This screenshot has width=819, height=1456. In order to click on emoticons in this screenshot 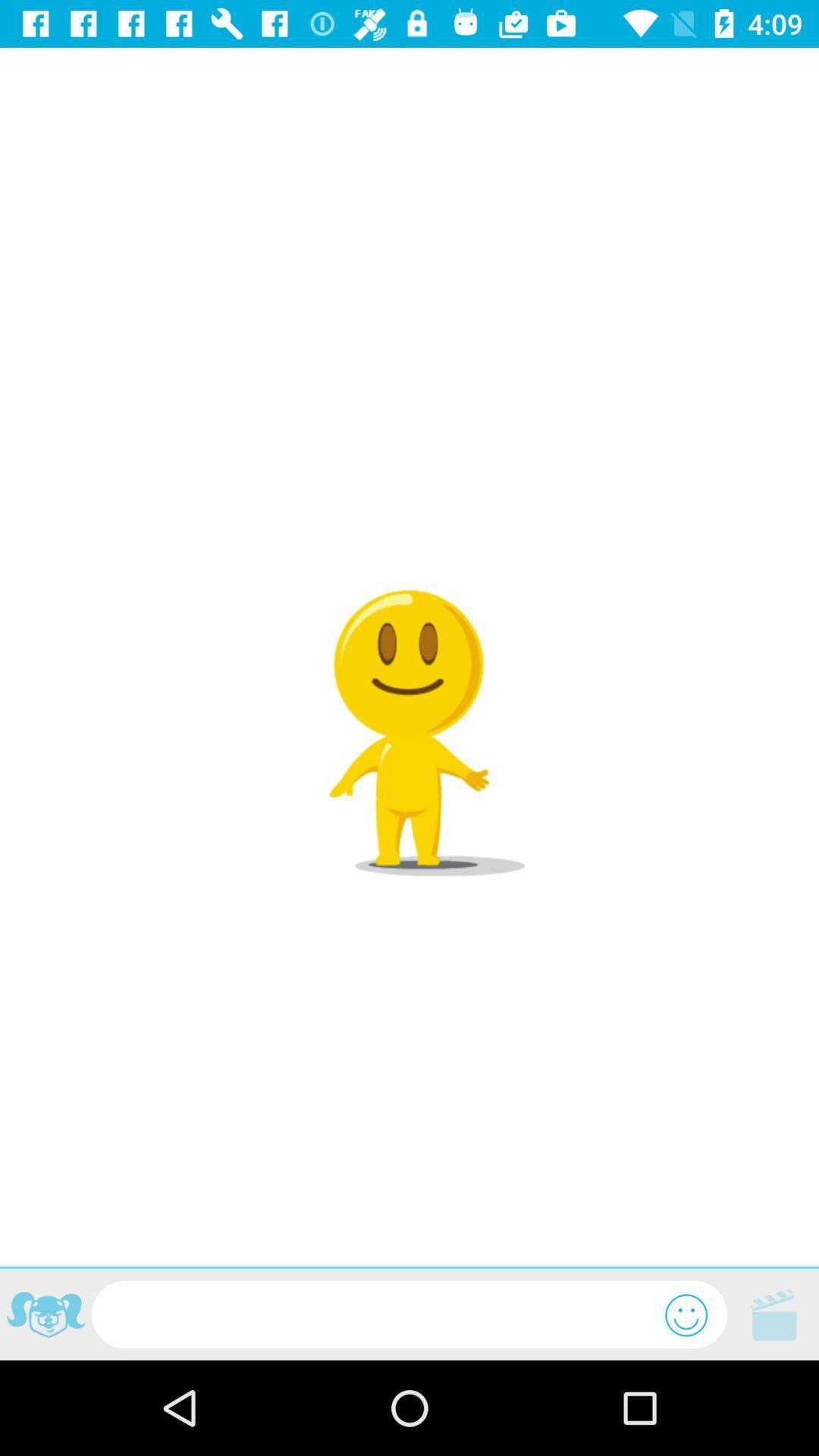, I will do `click(686, 1314)`.